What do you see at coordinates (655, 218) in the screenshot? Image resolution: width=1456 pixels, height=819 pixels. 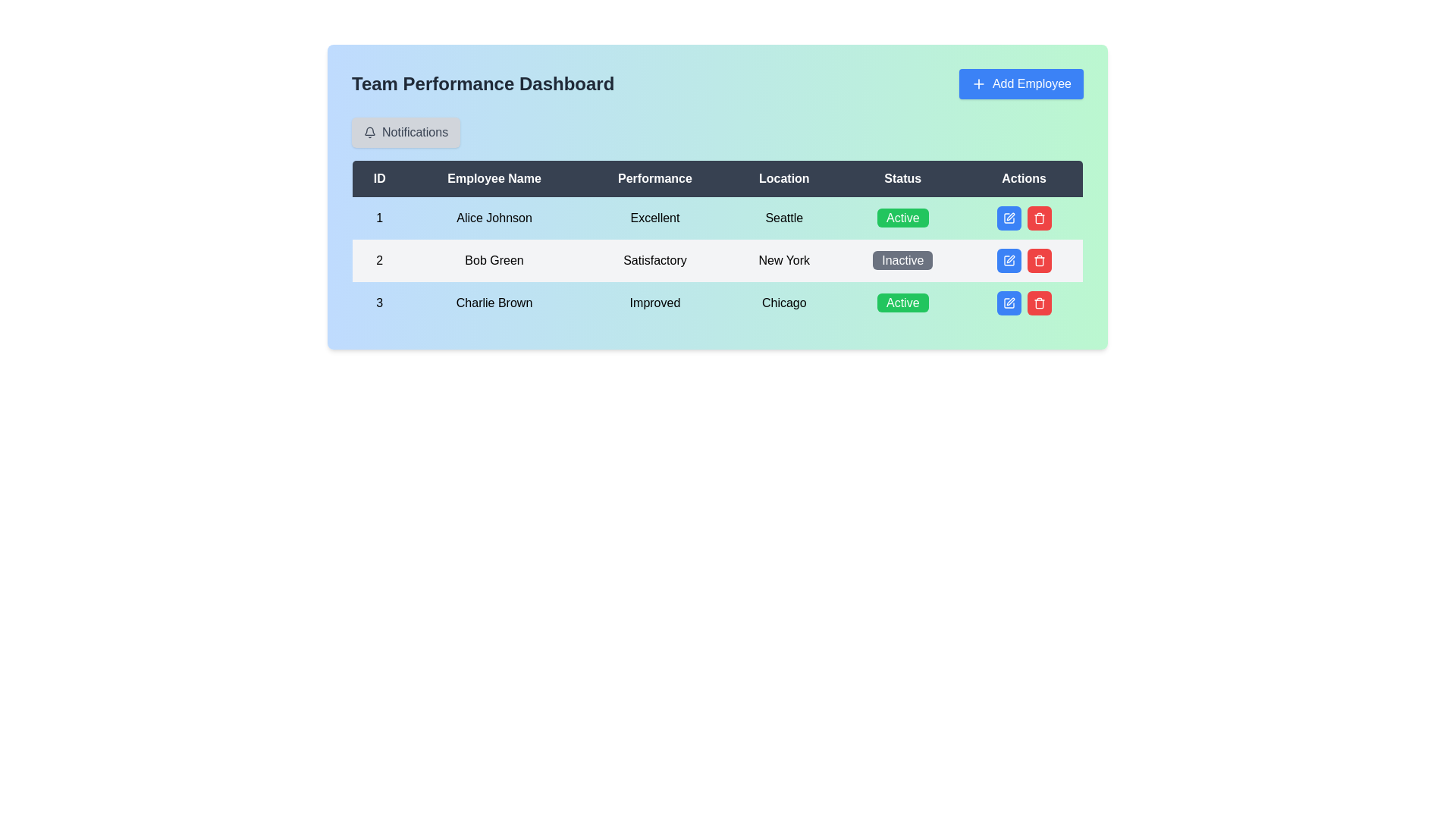 I see `the 'Excellent' performance rating text label in the third column of the first row of the table under the header 'Performance'` at bounding box center [655, 218].